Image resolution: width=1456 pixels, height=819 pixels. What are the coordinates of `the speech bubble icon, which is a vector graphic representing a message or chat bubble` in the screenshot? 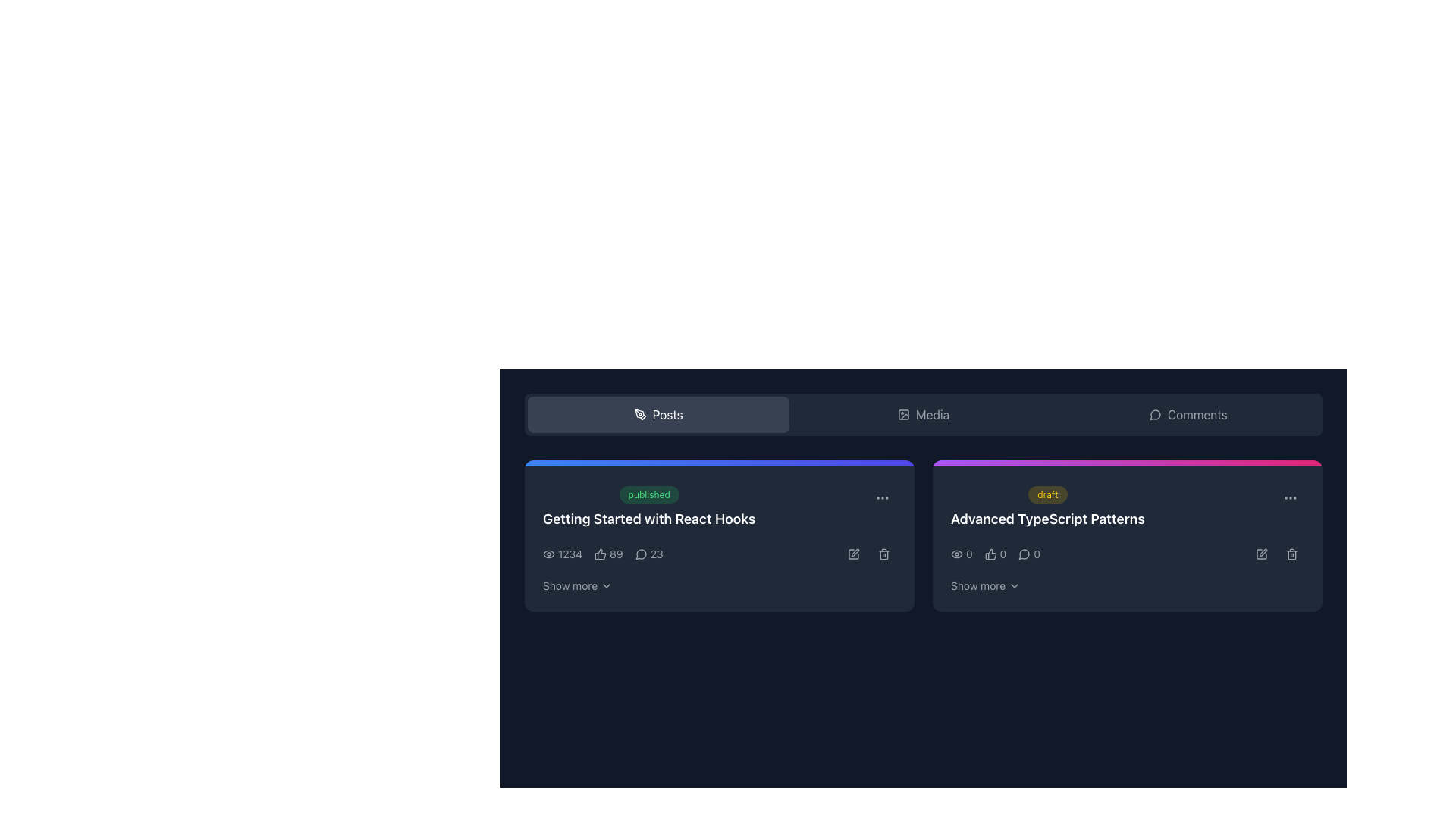 It's located at (641, 554).